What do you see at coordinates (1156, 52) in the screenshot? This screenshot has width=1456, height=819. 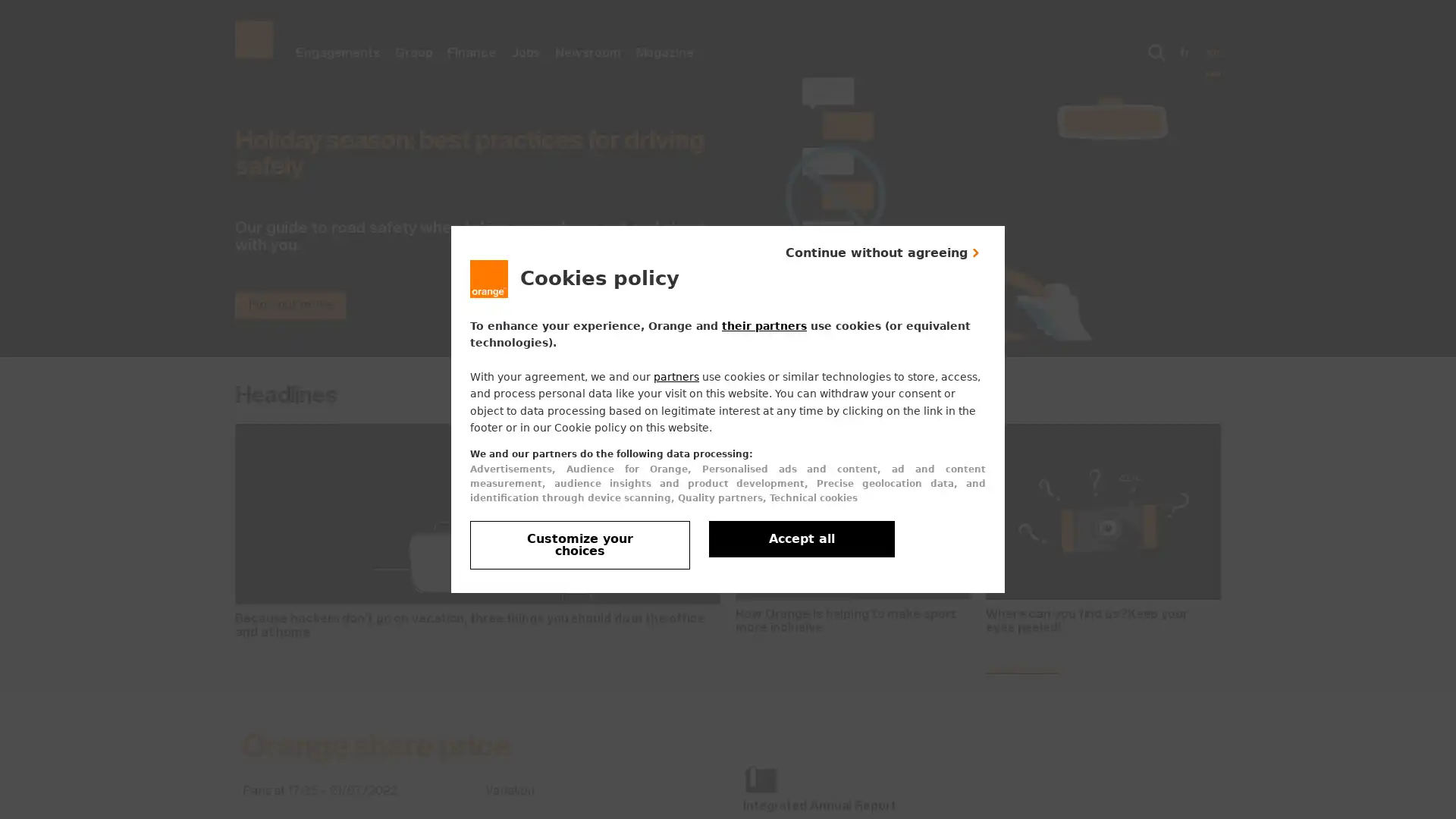 I see `Algolia Search bar` at bounding box center [1156, 52].